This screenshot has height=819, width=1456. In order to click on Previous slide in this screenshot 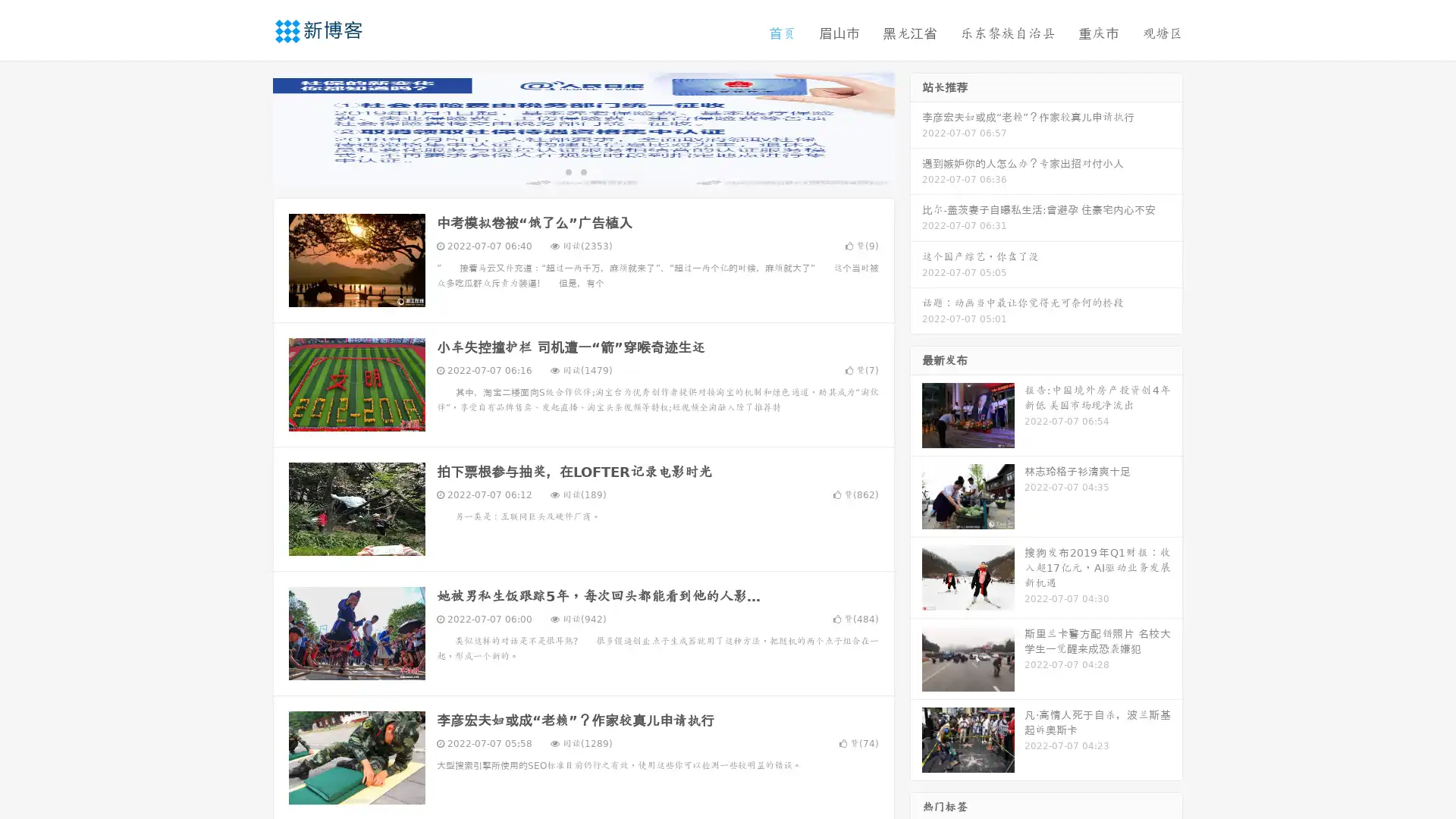, I will do `click(250, 127)`.